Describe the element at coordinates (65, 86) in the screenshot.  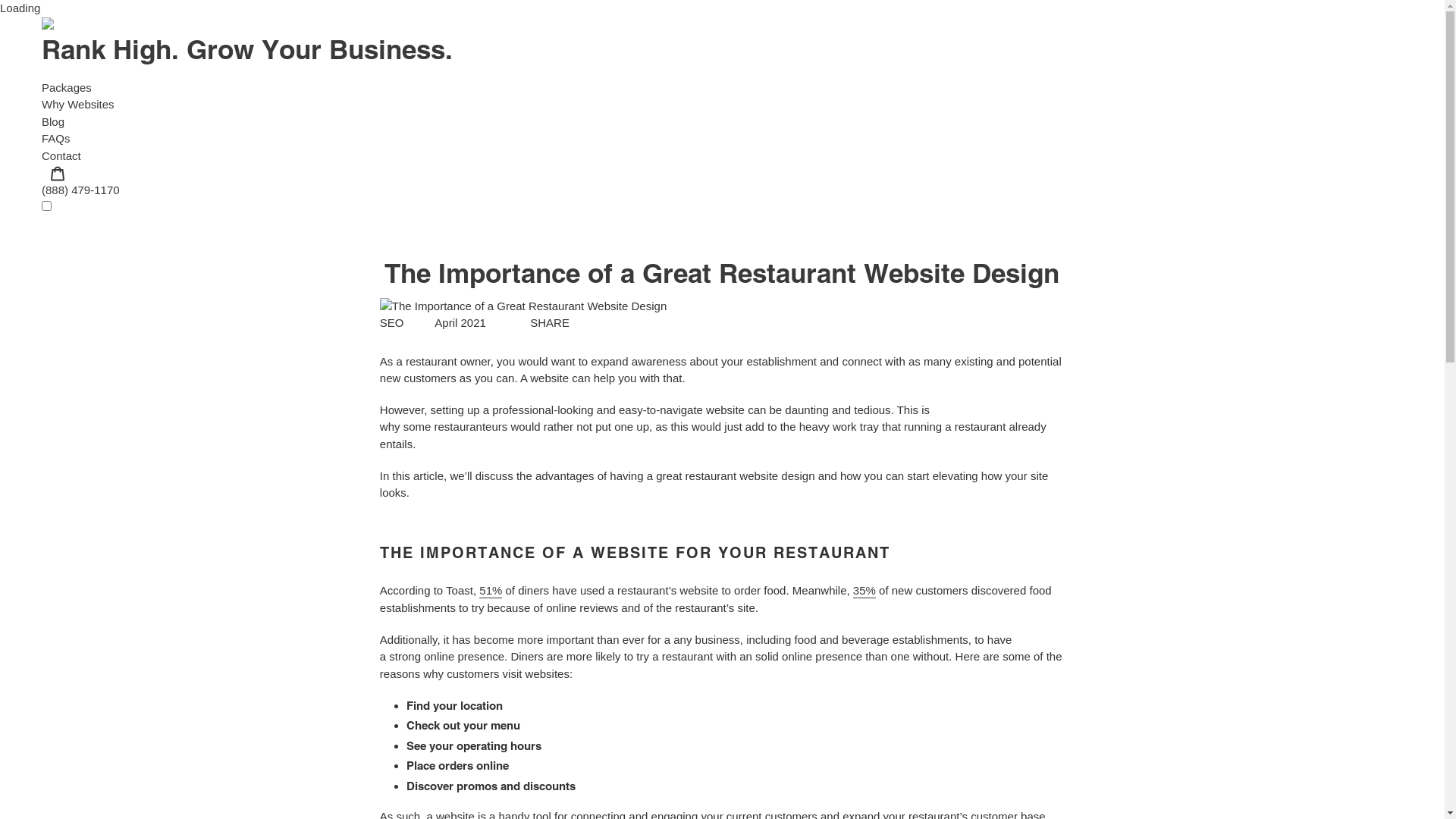
I see `'Packages'` at that location.